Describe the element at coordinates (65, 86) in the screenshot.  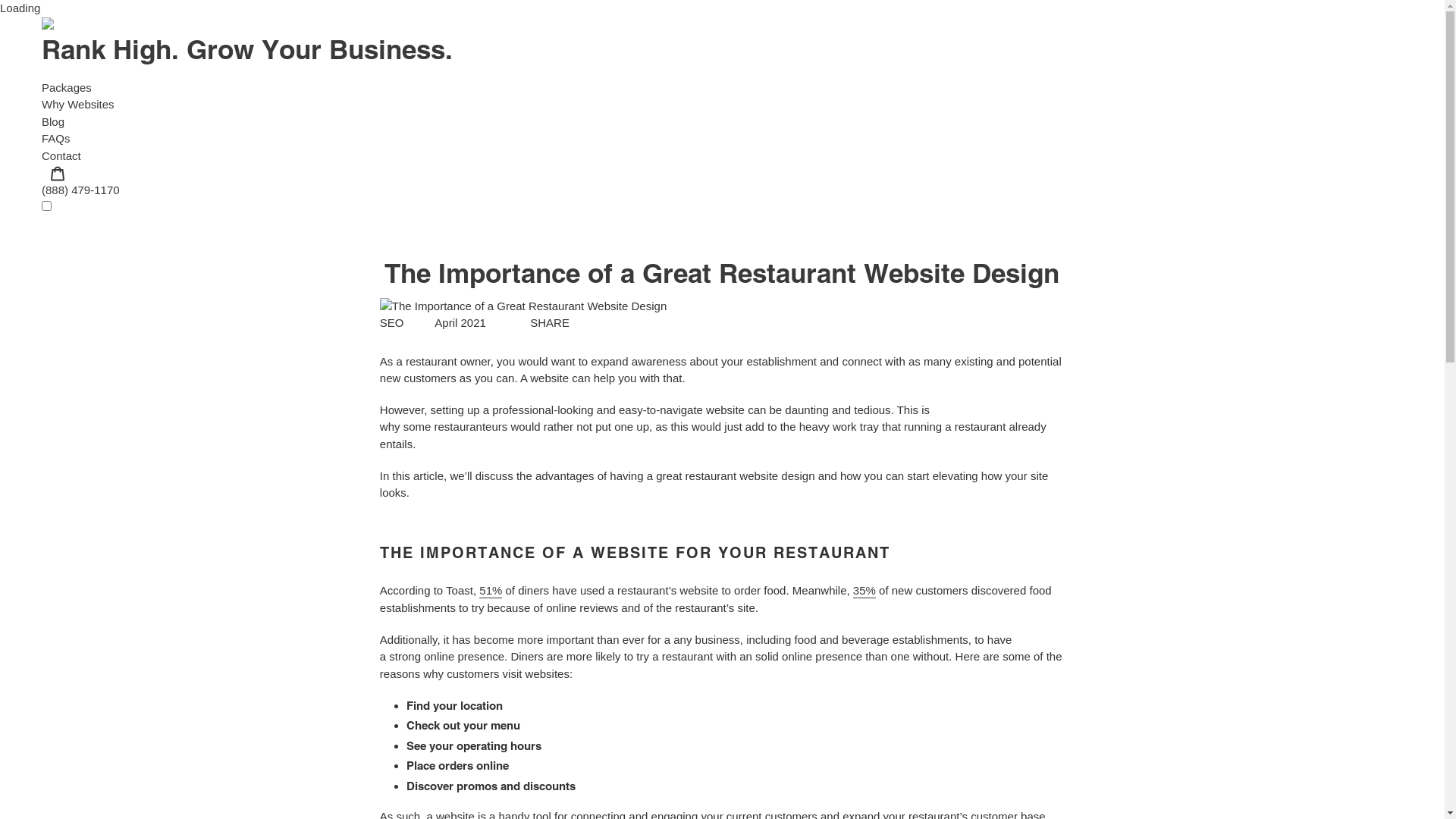
I see `'Packages'` at that location.